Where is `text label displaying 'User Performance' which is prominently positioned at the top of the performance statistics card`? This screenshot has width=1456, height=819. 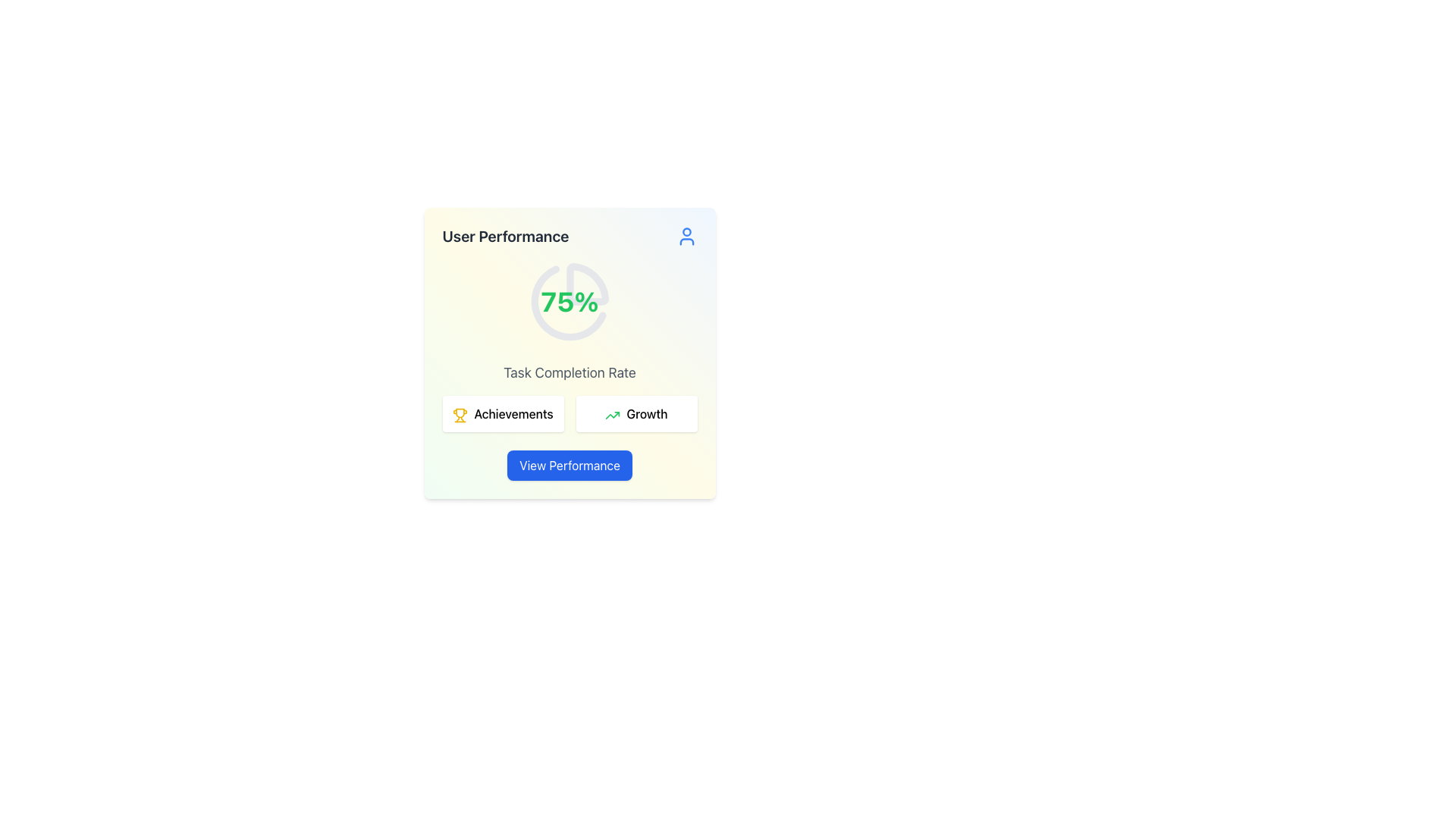
text label displaying 'User Performance' which is prominently positioned at the top of the performance statistics card is located at coordinates (506, 237).